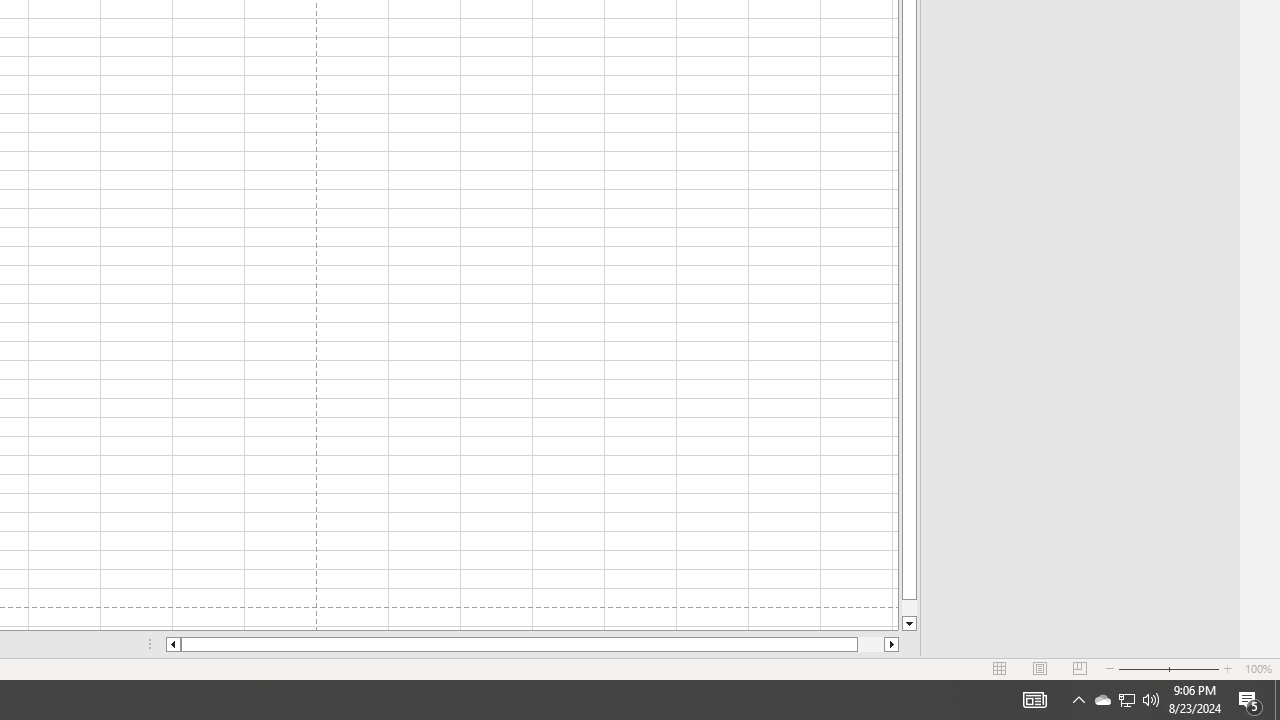 The width and height of the screenshot is (1280, 720). Describe the element at coordinates (908, 623) in the screenshot. I see `'Line down'` at that location.